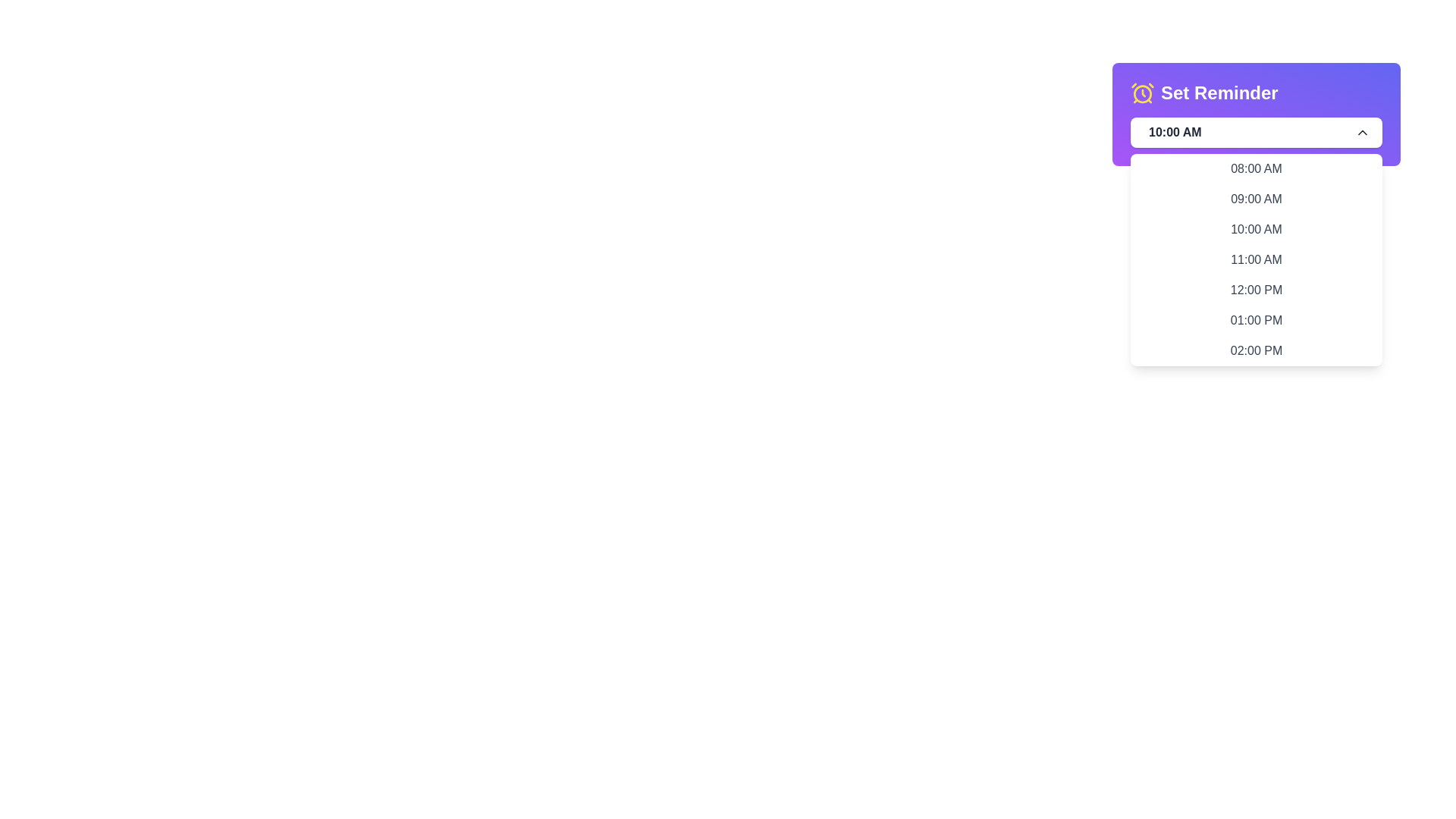  I want to click on the first dropdown option for '08:00 AM' located below the '10:00 AM' dropdown field in the purple 'Set Reminder' card, so click(1256, 169).